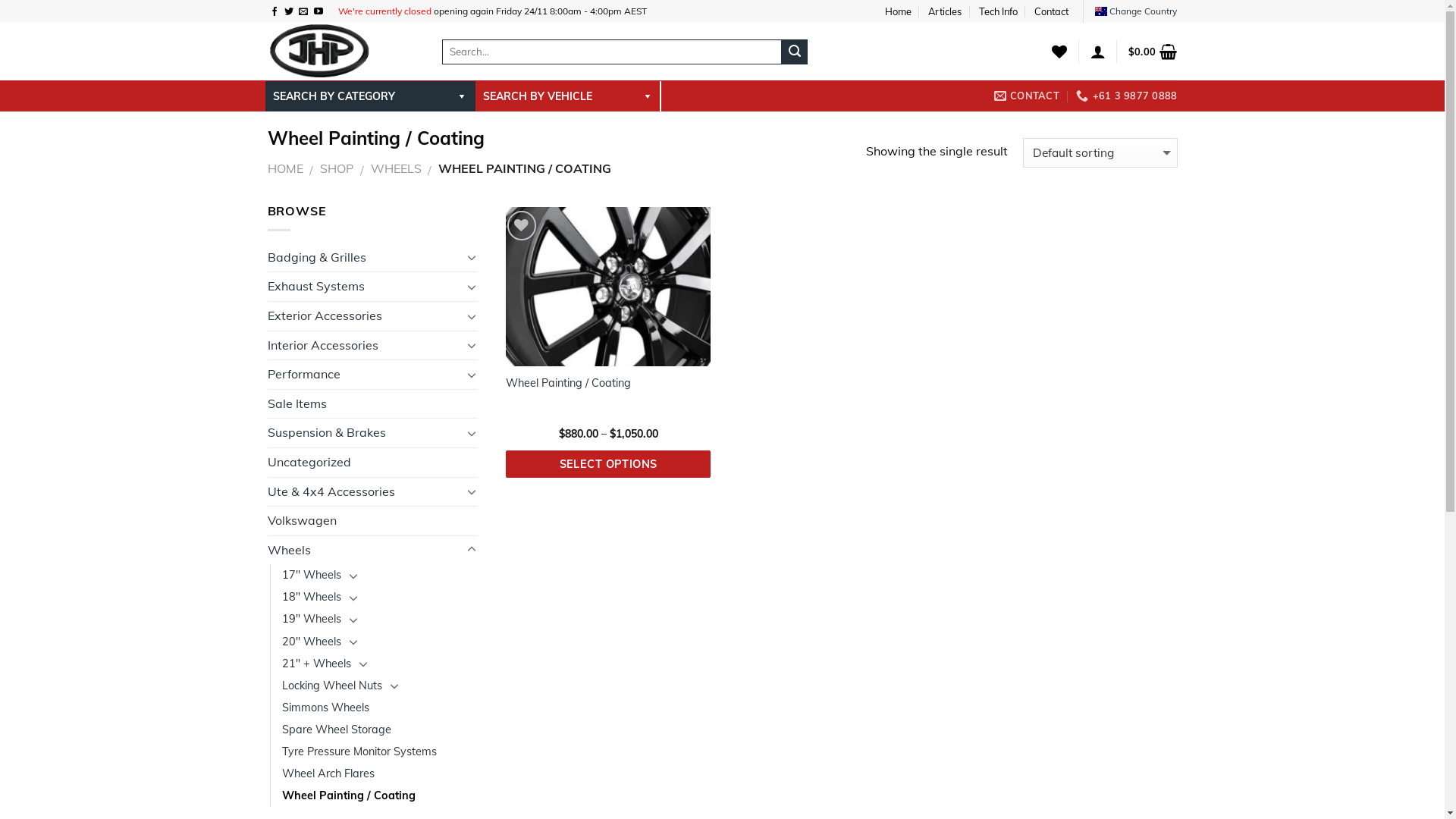 The width and height of the screenshot is (1456, 819). Describe the element at coordinates (396, 168) in the screenshot. I see `'WHEELS'` at that location.